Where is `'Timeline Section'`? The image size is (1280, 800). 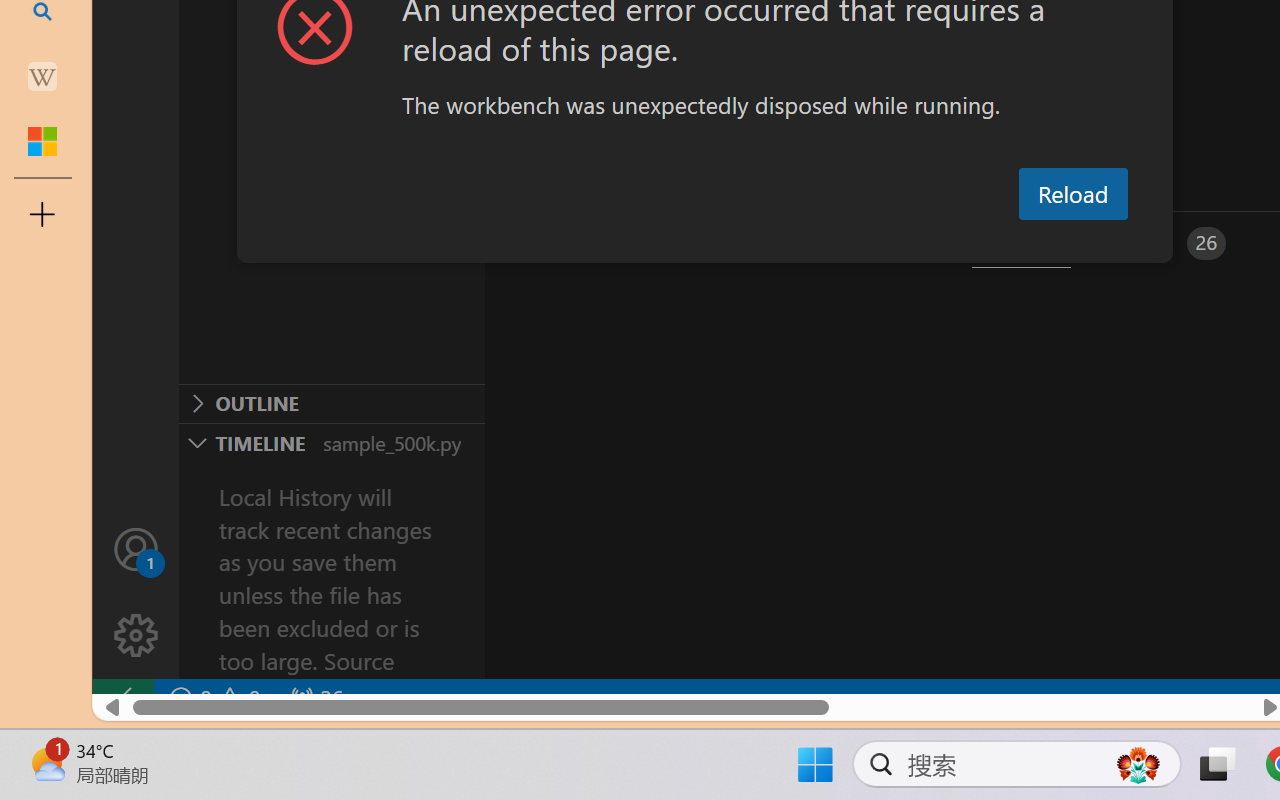 'Timeline Section' is located at coordinates (331, 441).